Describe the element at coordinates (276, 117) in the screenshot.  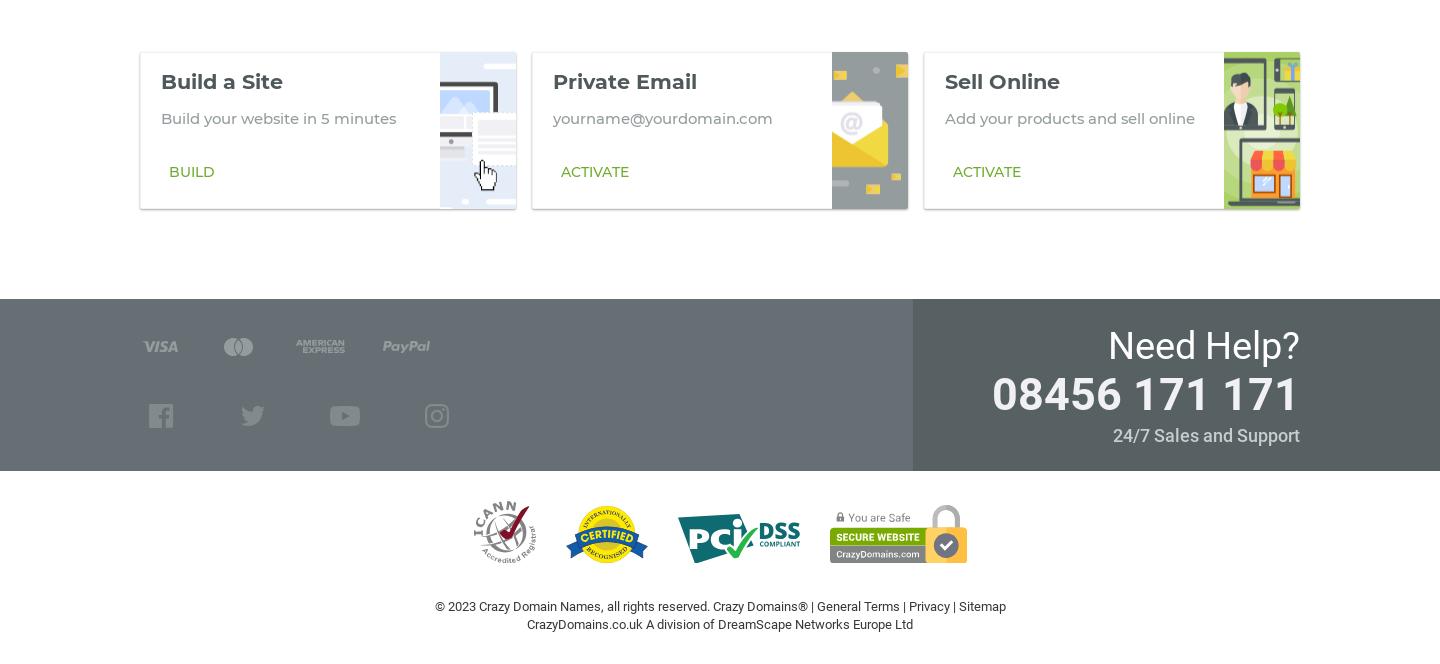
I see `'Build your website in 5 minutes'` at that location.